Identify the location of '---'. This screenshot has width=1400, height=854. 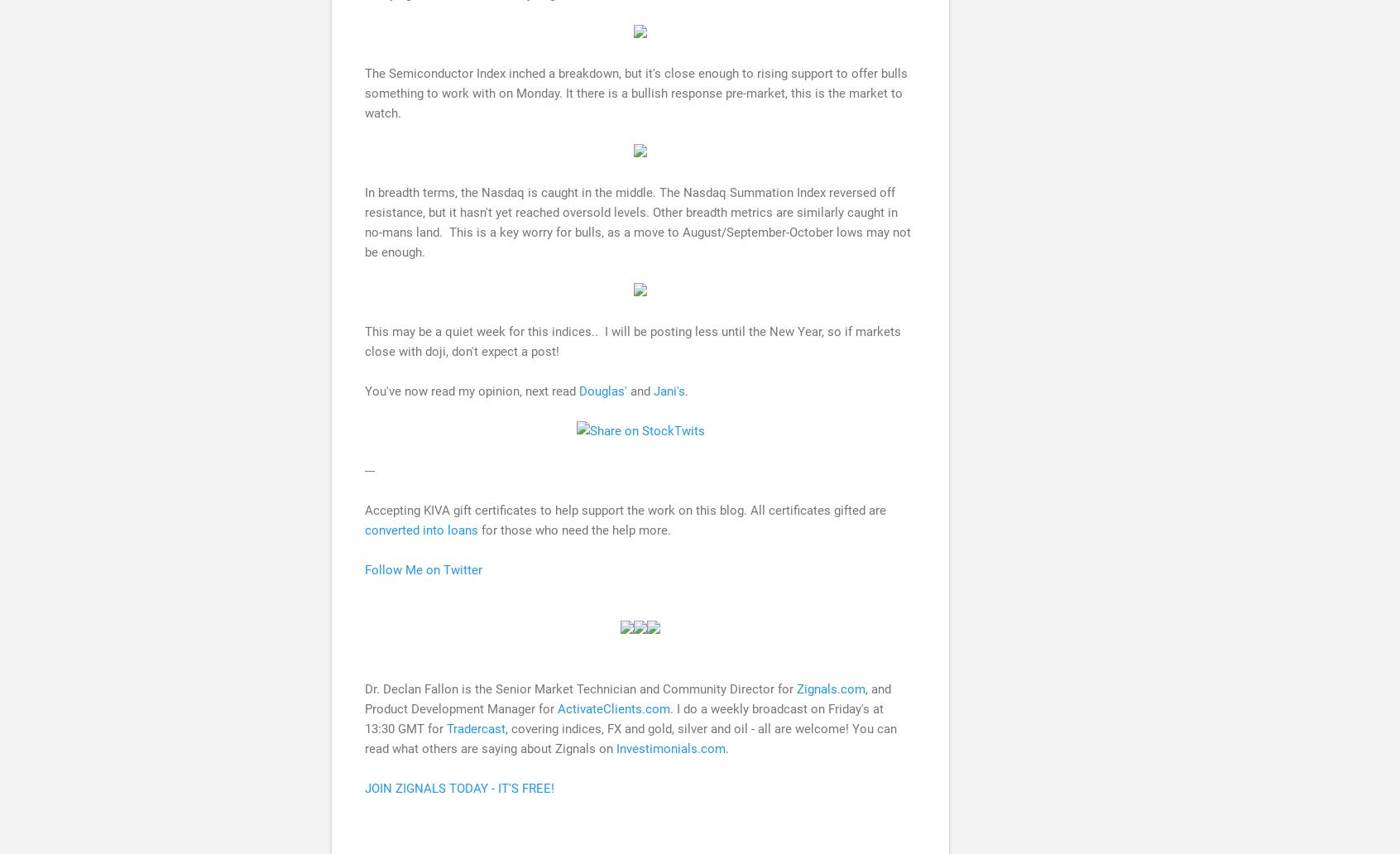
(363, 470).